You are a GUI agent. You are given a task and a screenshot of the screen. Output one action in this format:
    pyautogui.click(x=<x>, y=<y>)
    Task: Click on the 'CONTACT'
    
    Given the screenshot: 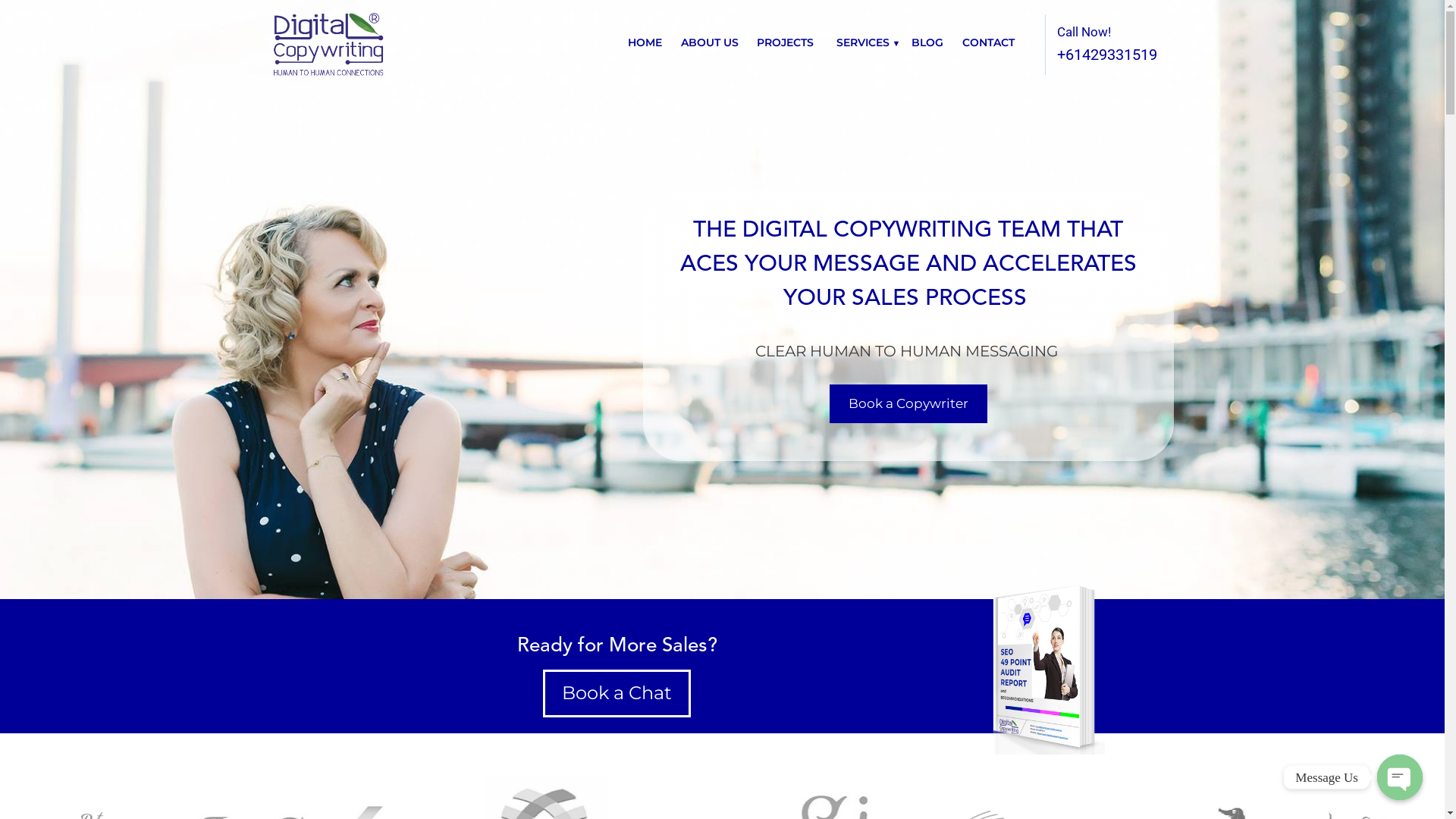 What is the action you would take?
    pyautogui.click(x=987, y=42)
    